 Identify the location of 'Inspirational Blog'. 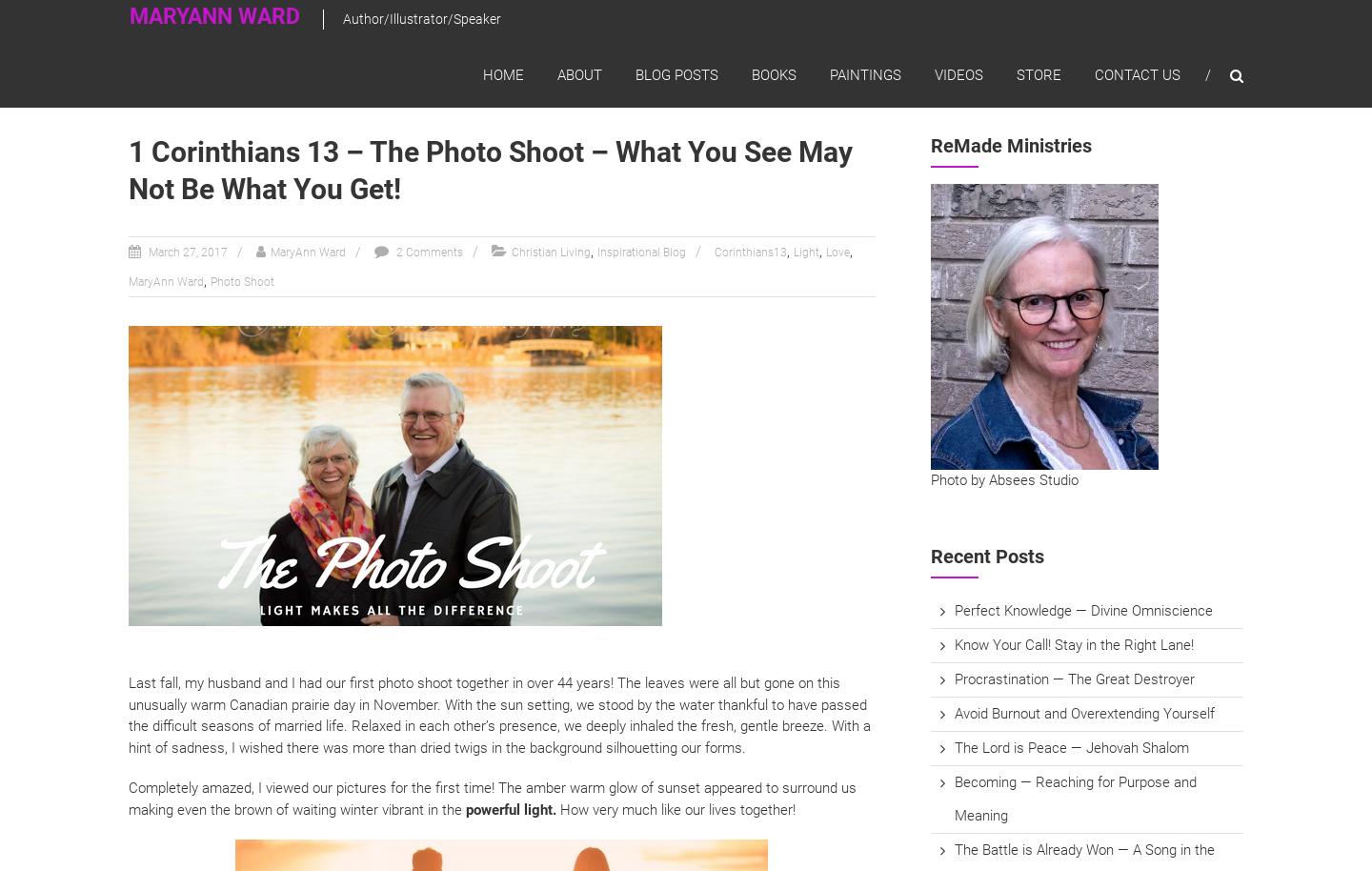
(595, 251).